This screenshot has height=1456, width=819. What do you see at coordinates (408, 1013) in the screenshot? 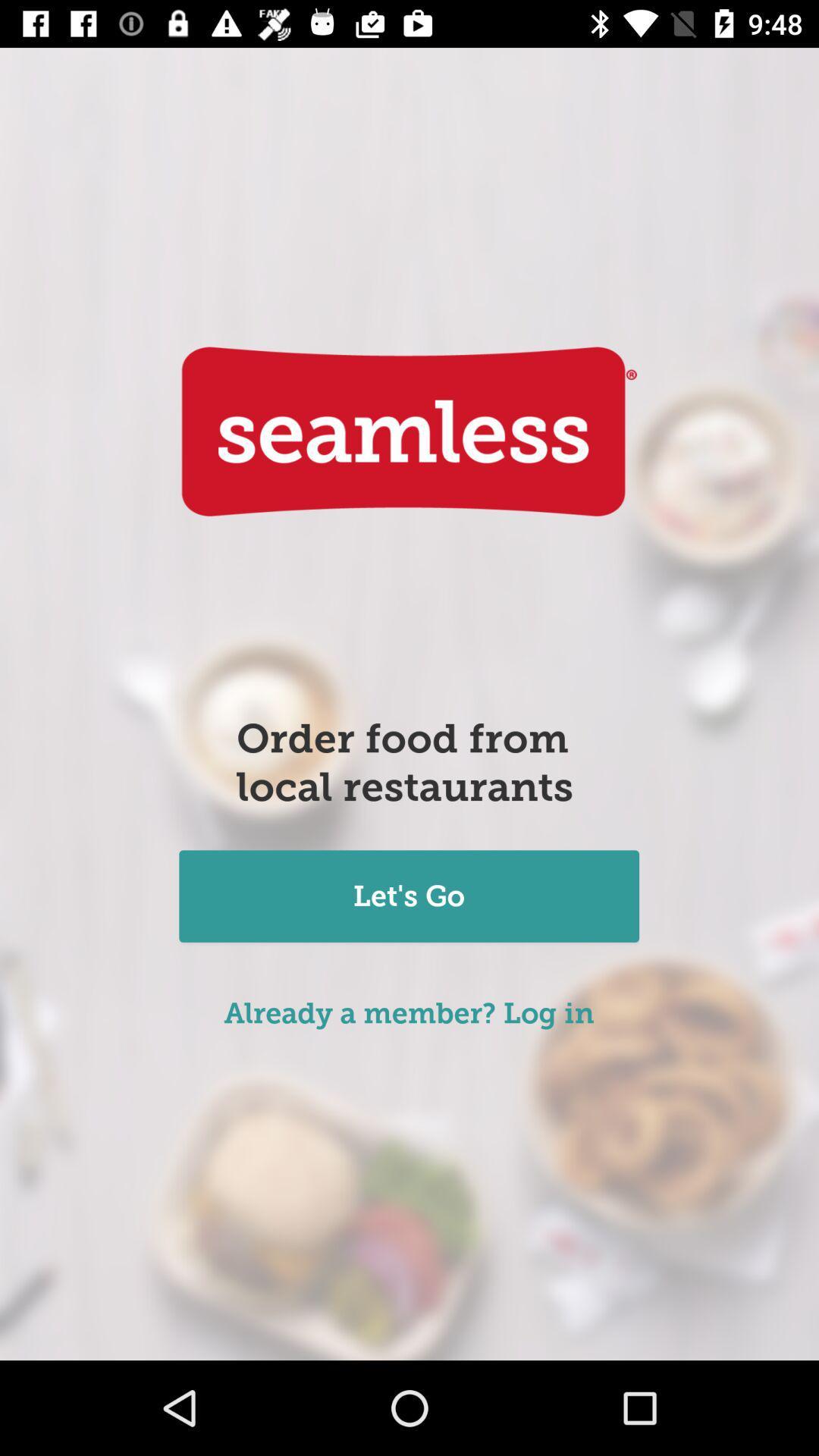
I see `already a member item` at bounding box center [408, 1013].